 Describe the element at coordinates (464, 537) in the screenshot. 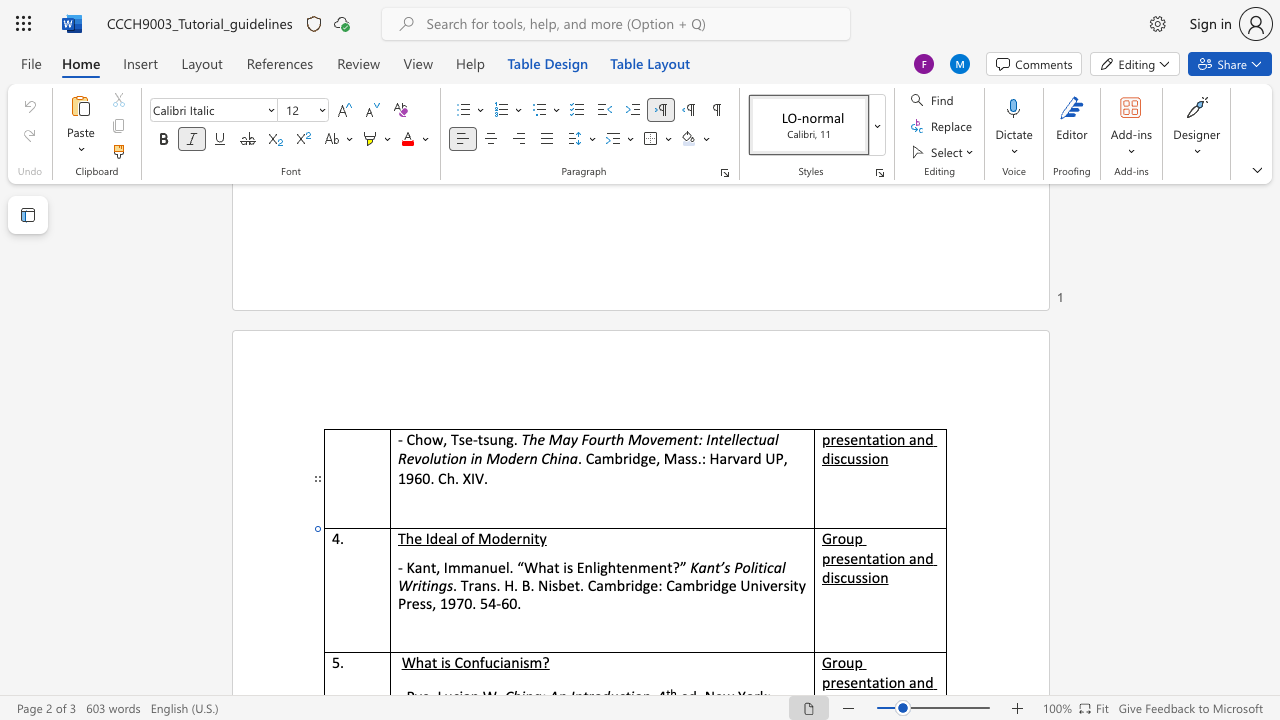

I see `the 1th character "o" in the text` at that location.